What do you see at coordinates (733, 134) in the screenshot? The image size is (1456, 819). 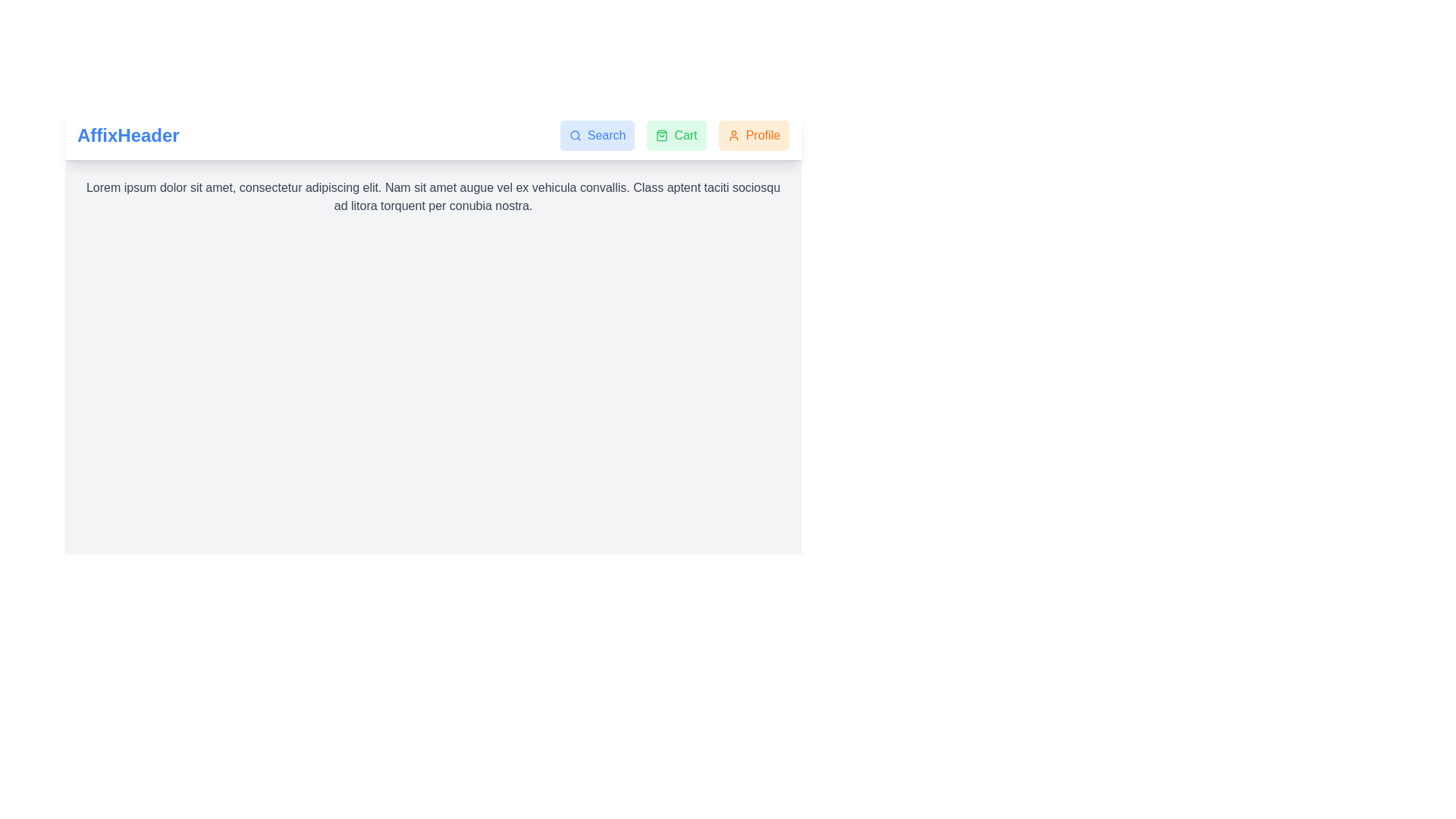 I see `the decorative icon within the 'Profile' button located at the top-right corner of the application interface, positioned to the left of the 'Profile' text` at bounding box center [733, 134].